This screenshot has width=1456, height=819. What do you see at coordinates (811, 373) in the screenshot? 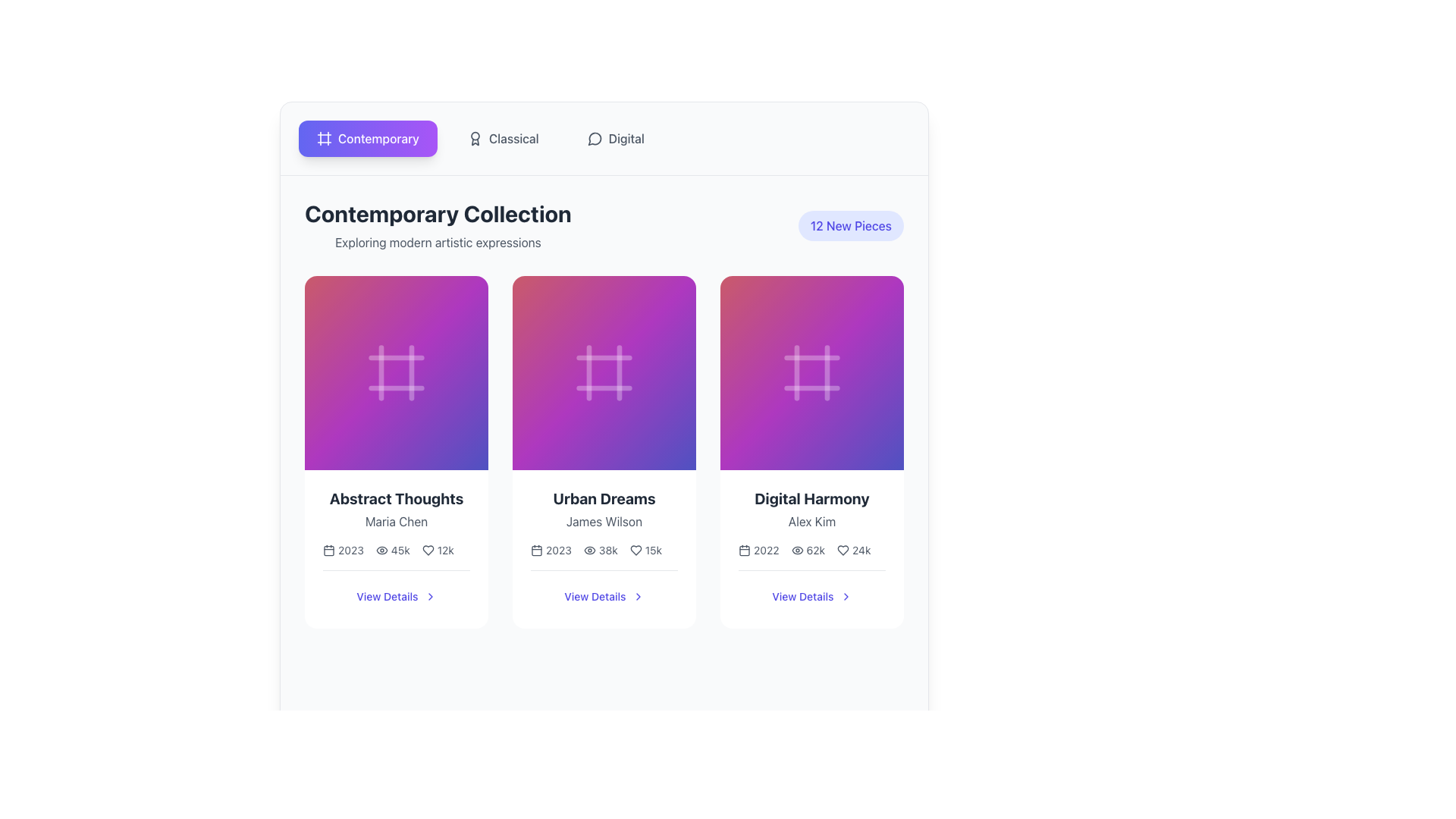
I see `the icon representing the concept of a frame or grid located at the center of the third item card labeled 'Digital Harmony' by Alex Kim` at bounding box center [811, 373].